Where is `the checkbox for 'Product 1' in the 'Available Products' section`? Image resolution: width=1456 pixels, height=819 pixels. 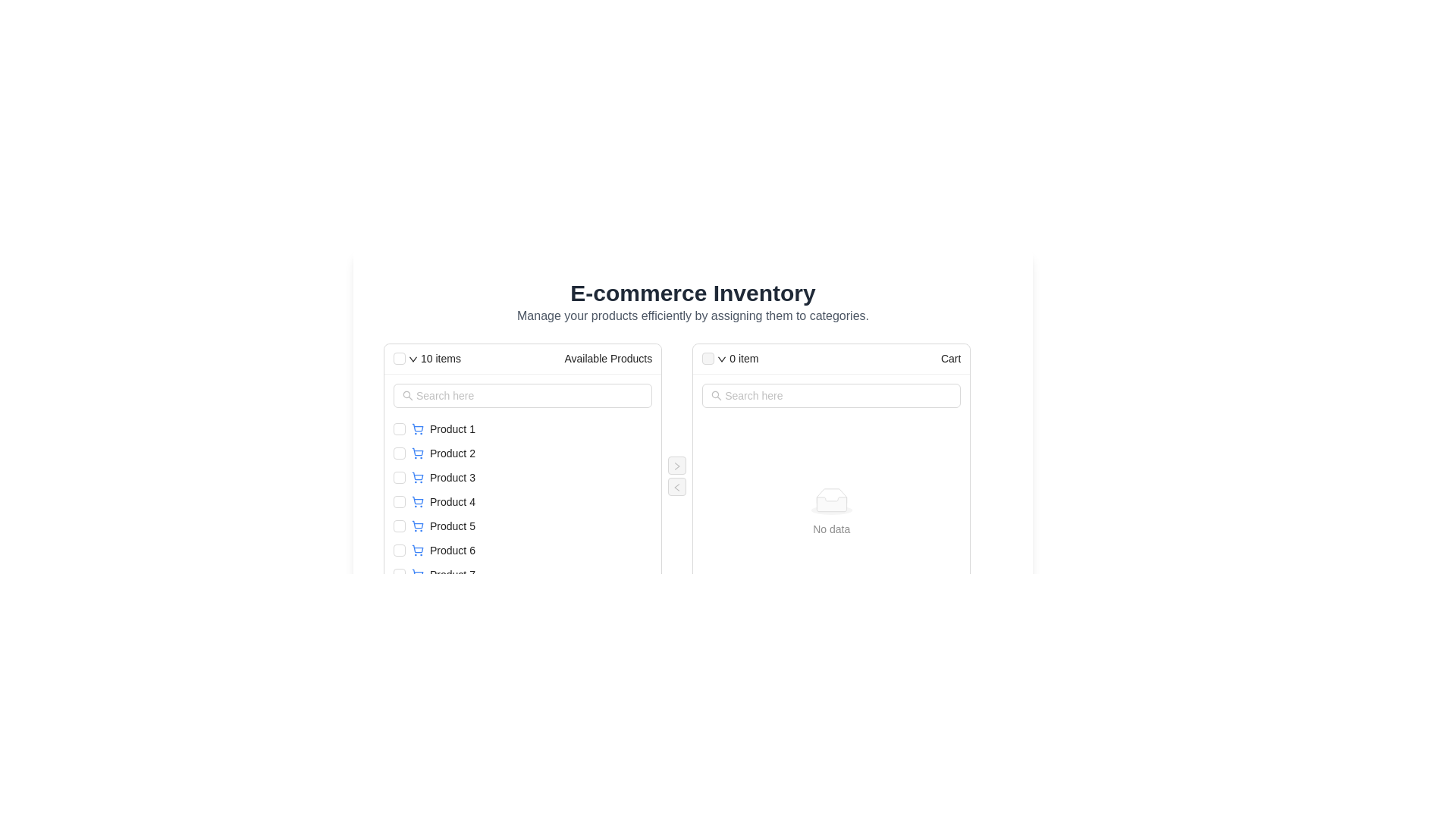 the checkbox for 'Product 1' in the 'Available Products' section is located at coordinates (400, 429).